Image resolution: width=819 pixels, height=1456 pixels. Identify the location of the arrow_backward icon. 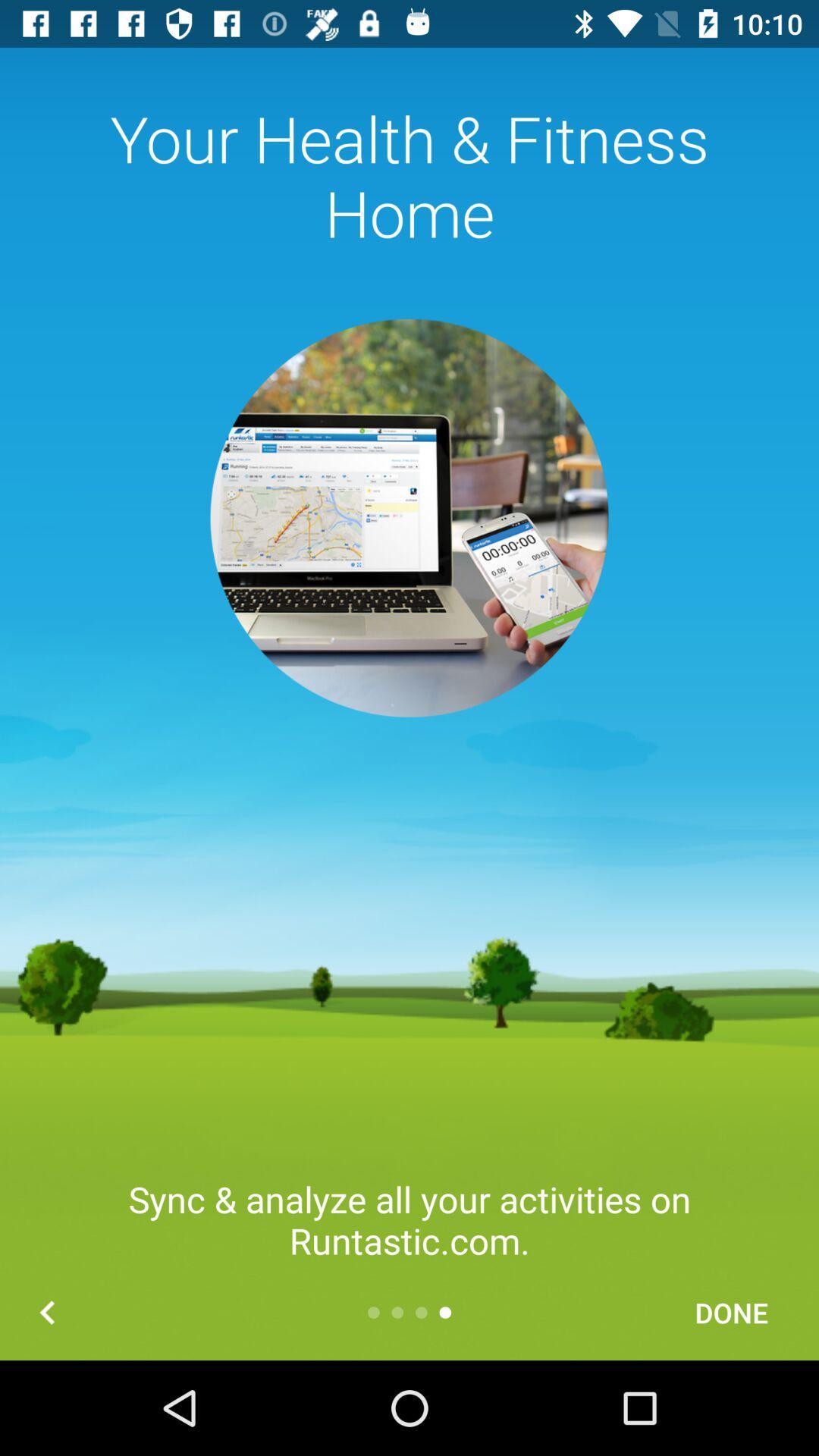
(46, 1312).